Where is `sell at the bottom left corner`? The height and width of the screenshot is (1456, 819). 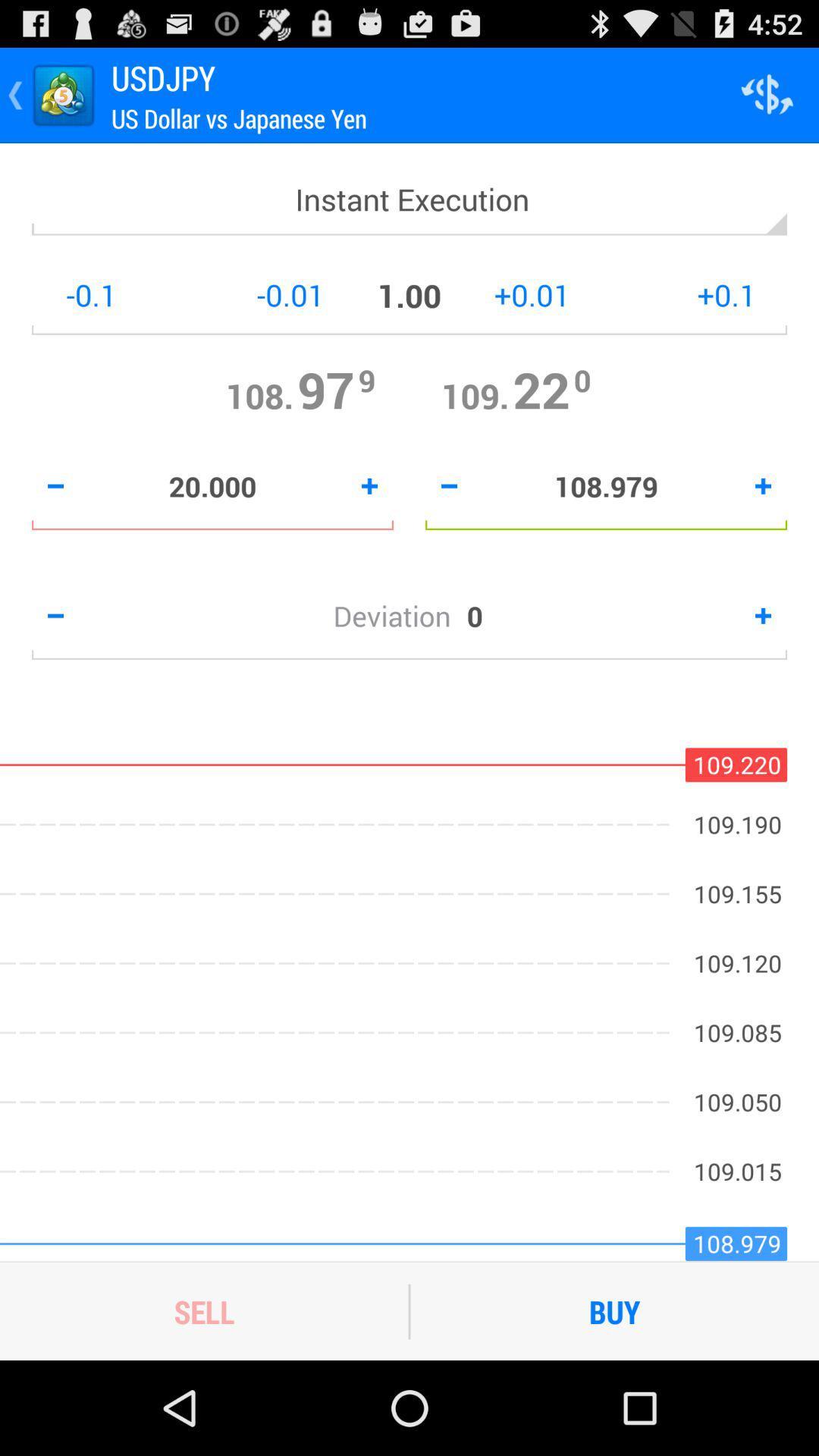
sell at the bottom left corner is located at coordinates (203, 1310).